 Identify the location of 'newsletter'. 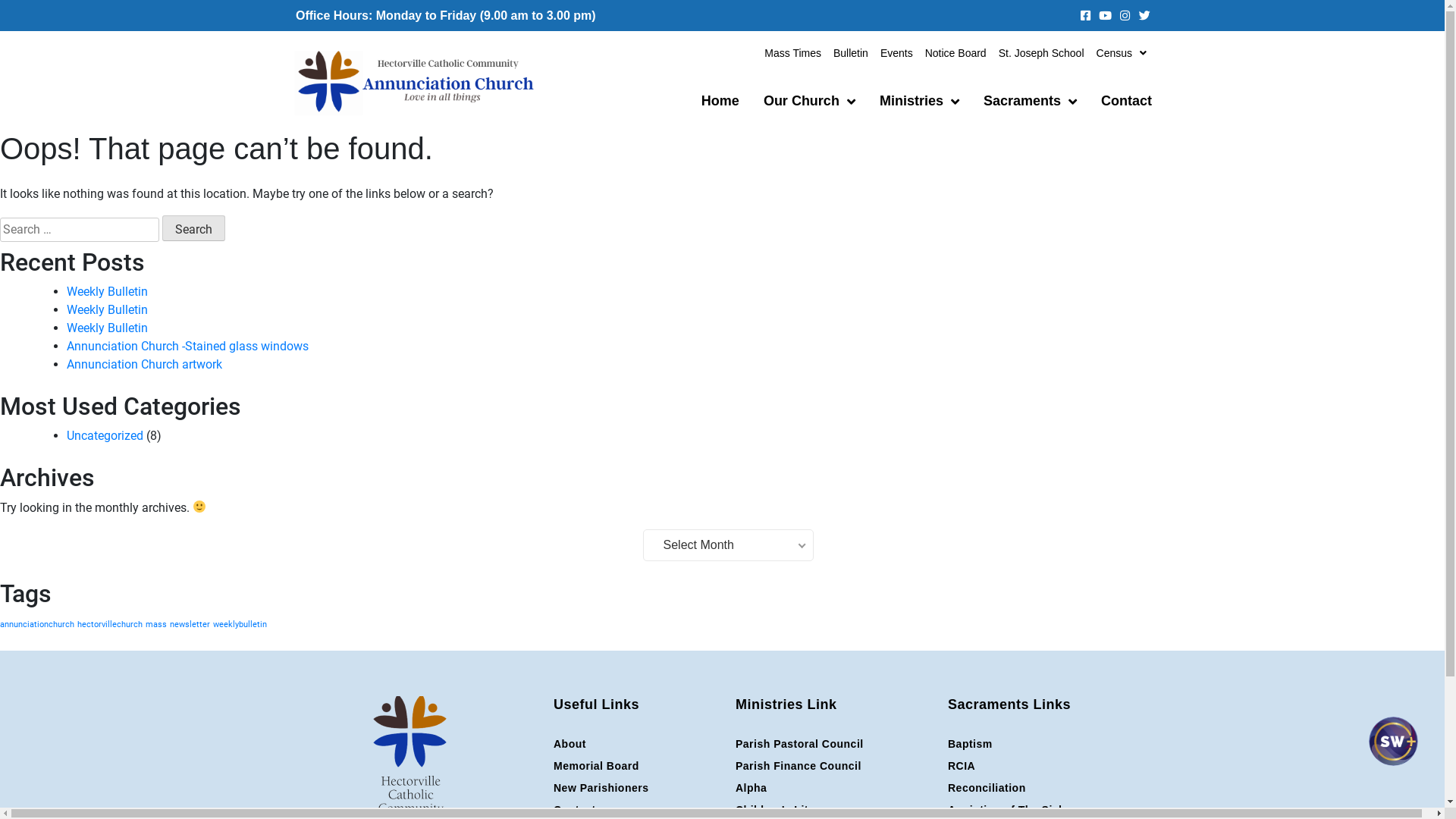
(189, 624).